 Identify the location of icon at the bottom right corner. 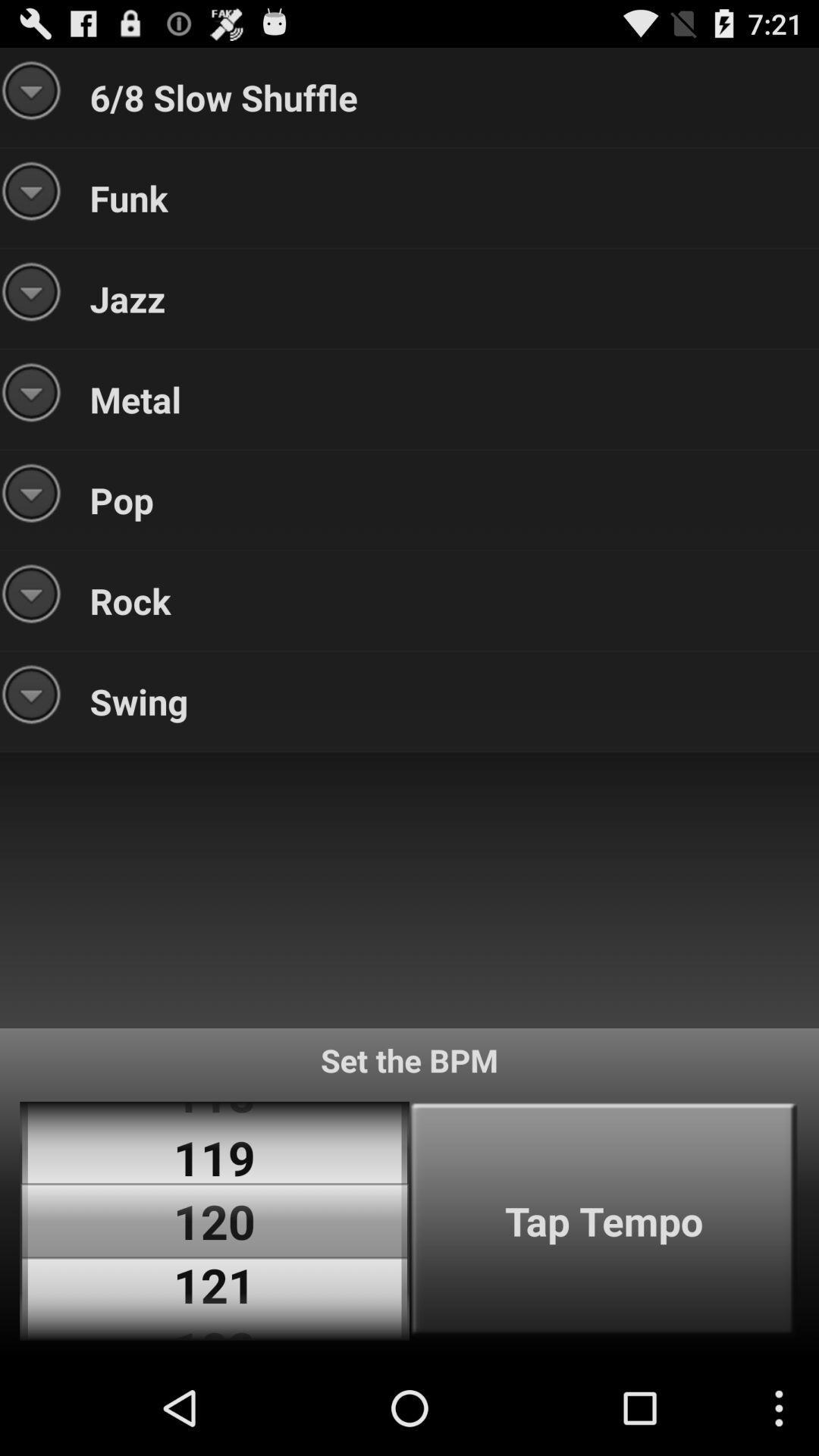
(603, 1221).